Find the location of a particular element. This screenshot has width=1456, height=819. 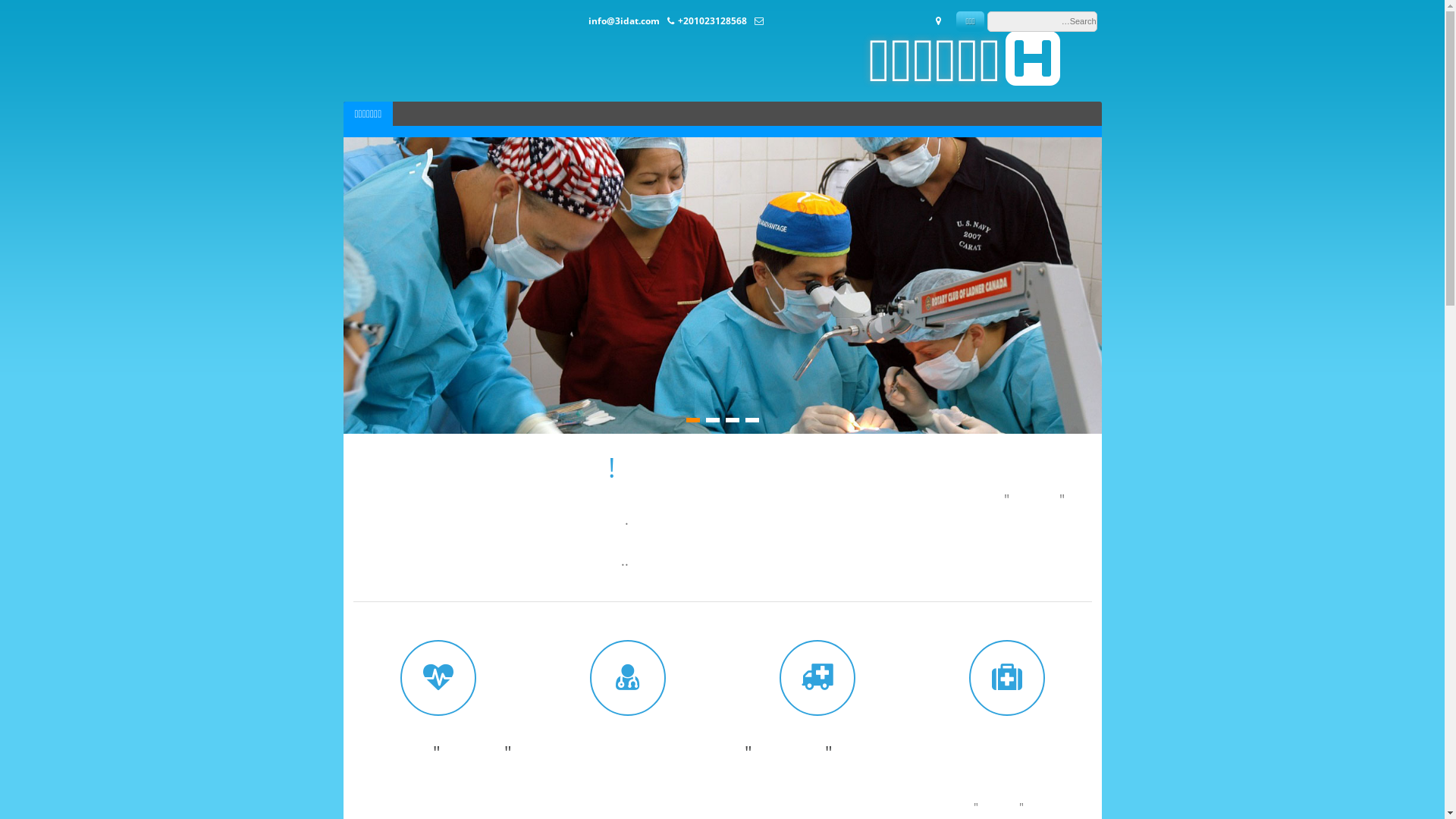

'3' is located at coordinates (711, 420).